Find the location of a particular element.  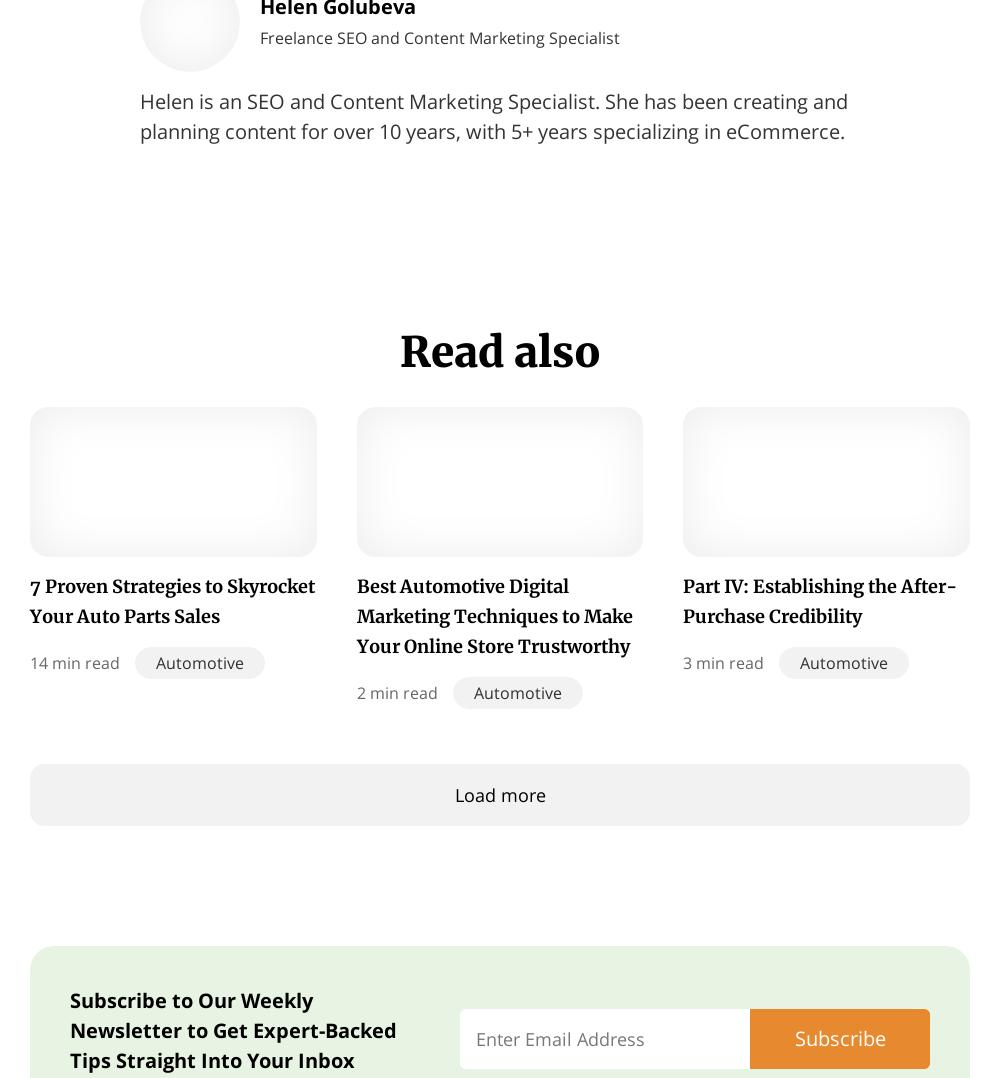

'Enter Email Address' is located at coordinates (560, 1037).